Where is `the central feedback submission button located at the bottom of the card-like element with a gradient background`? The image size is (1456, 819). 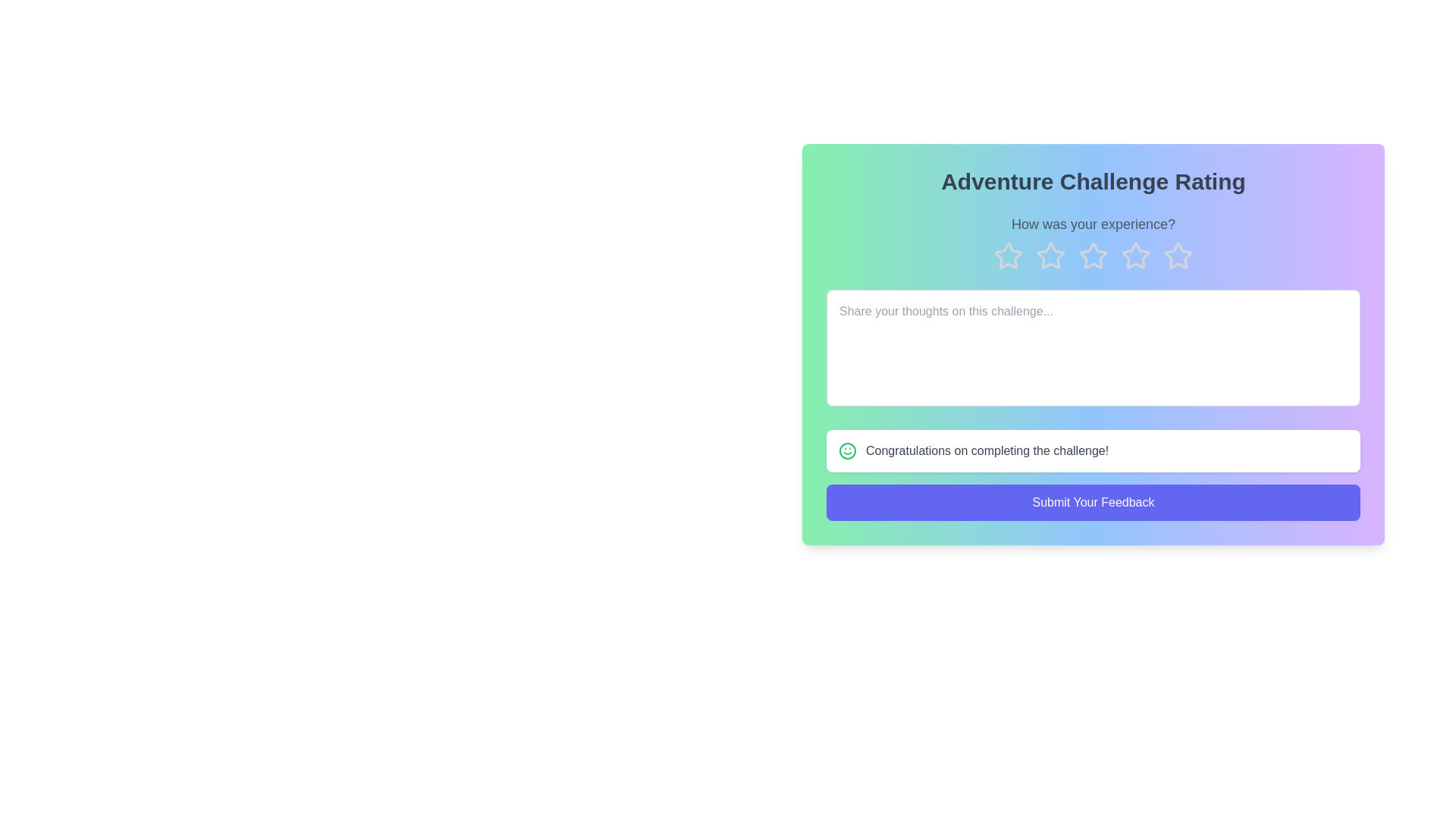 the central feedback submission button located at the bottom of the card-like element with a gradient background is located at coordinates (1093, 503).